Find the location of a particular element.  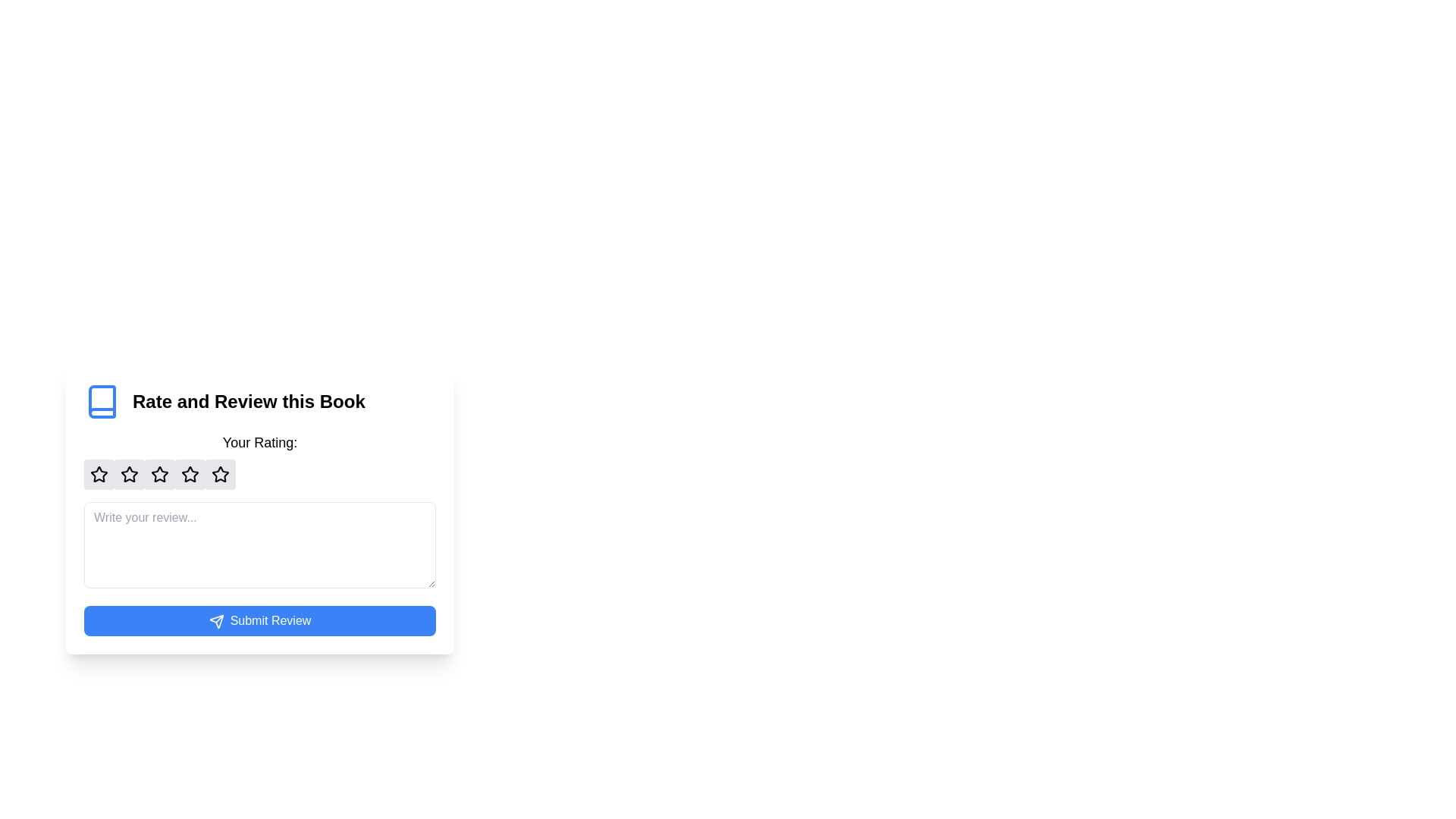

the fourth star in the horizontal row of five stars is located at coordinates (220, 473).